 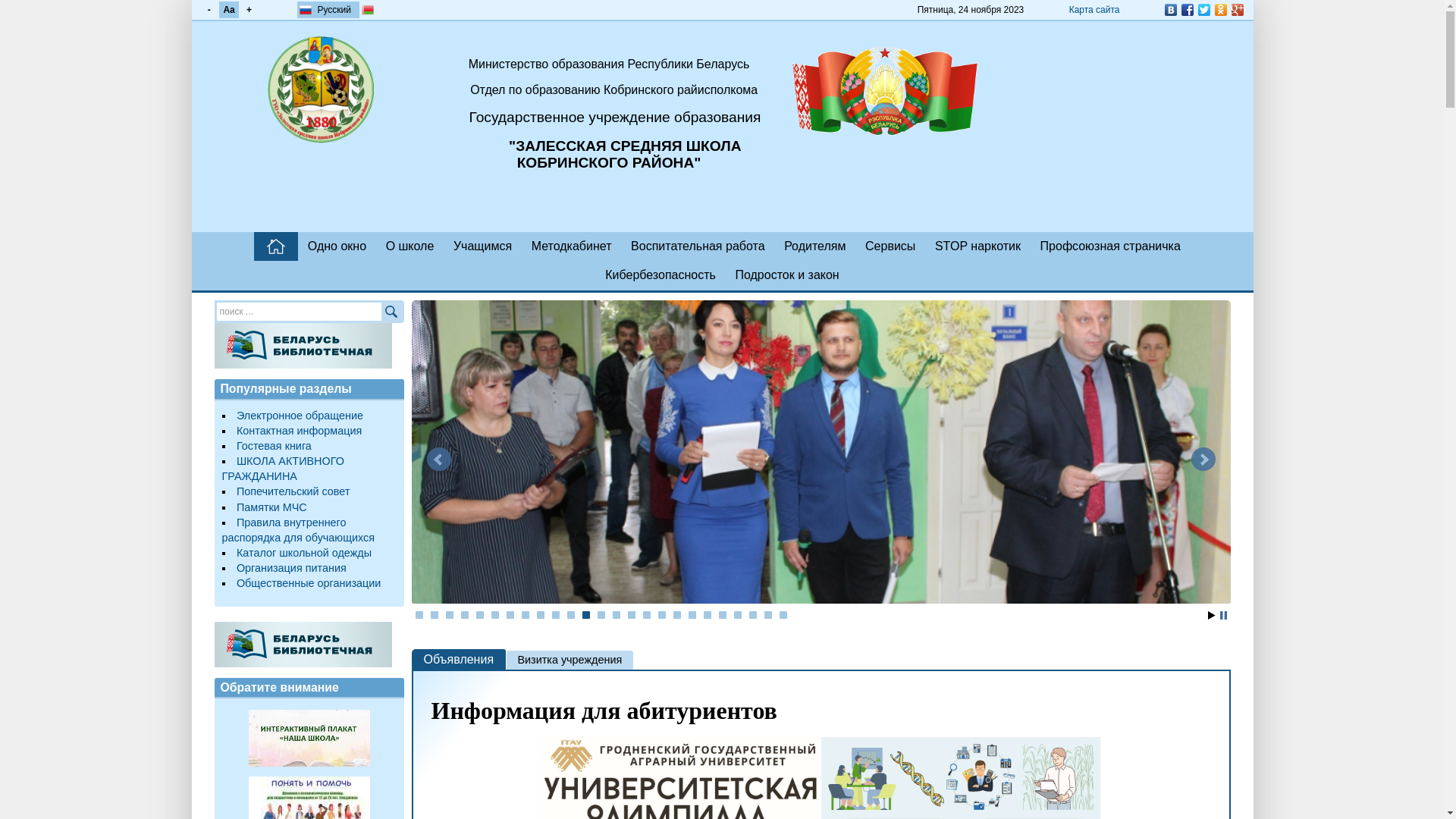 I want to click on '20', so click(x=706, y=614).